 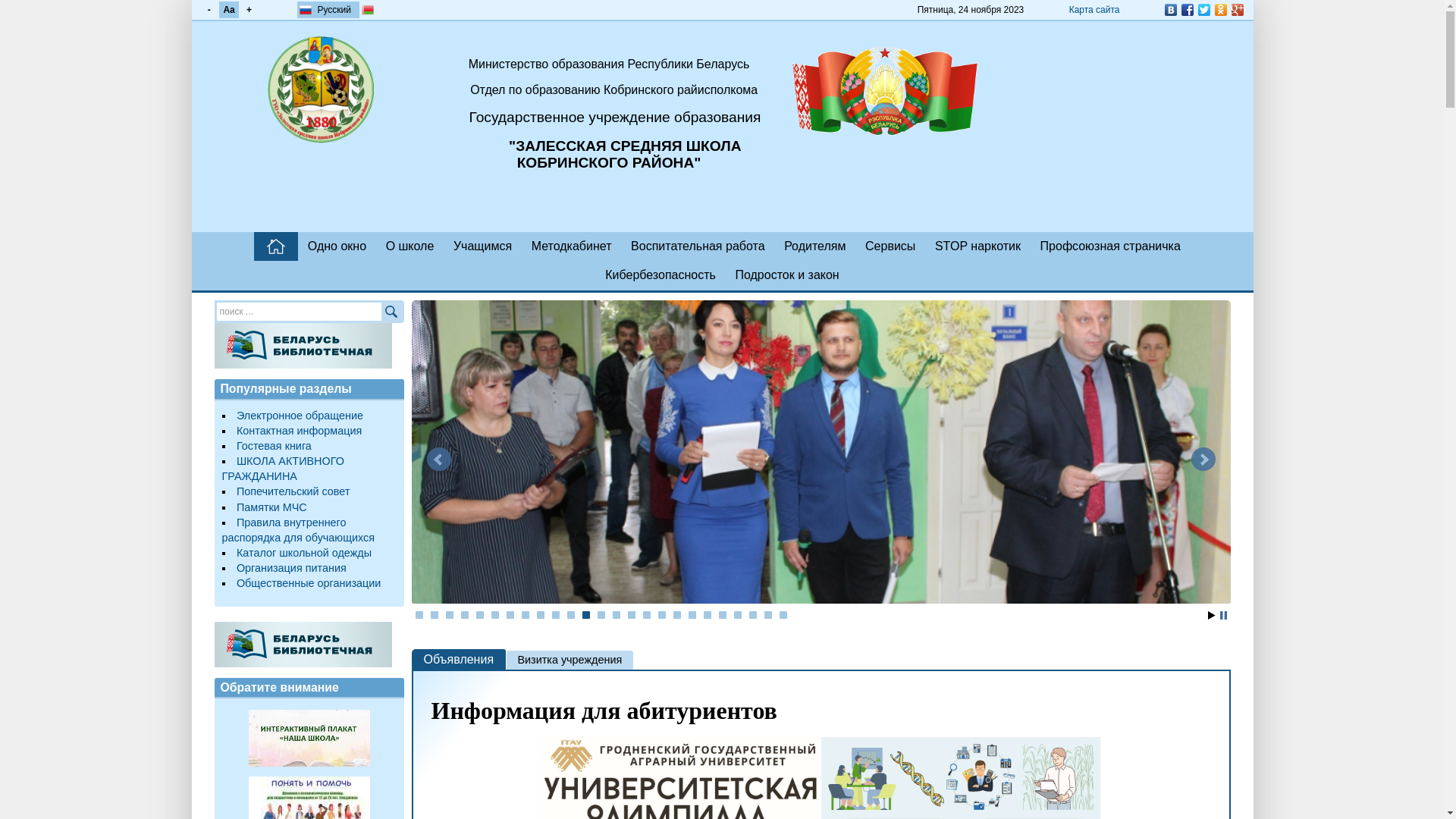 I want to click on '20', so click(x=706, y=614).